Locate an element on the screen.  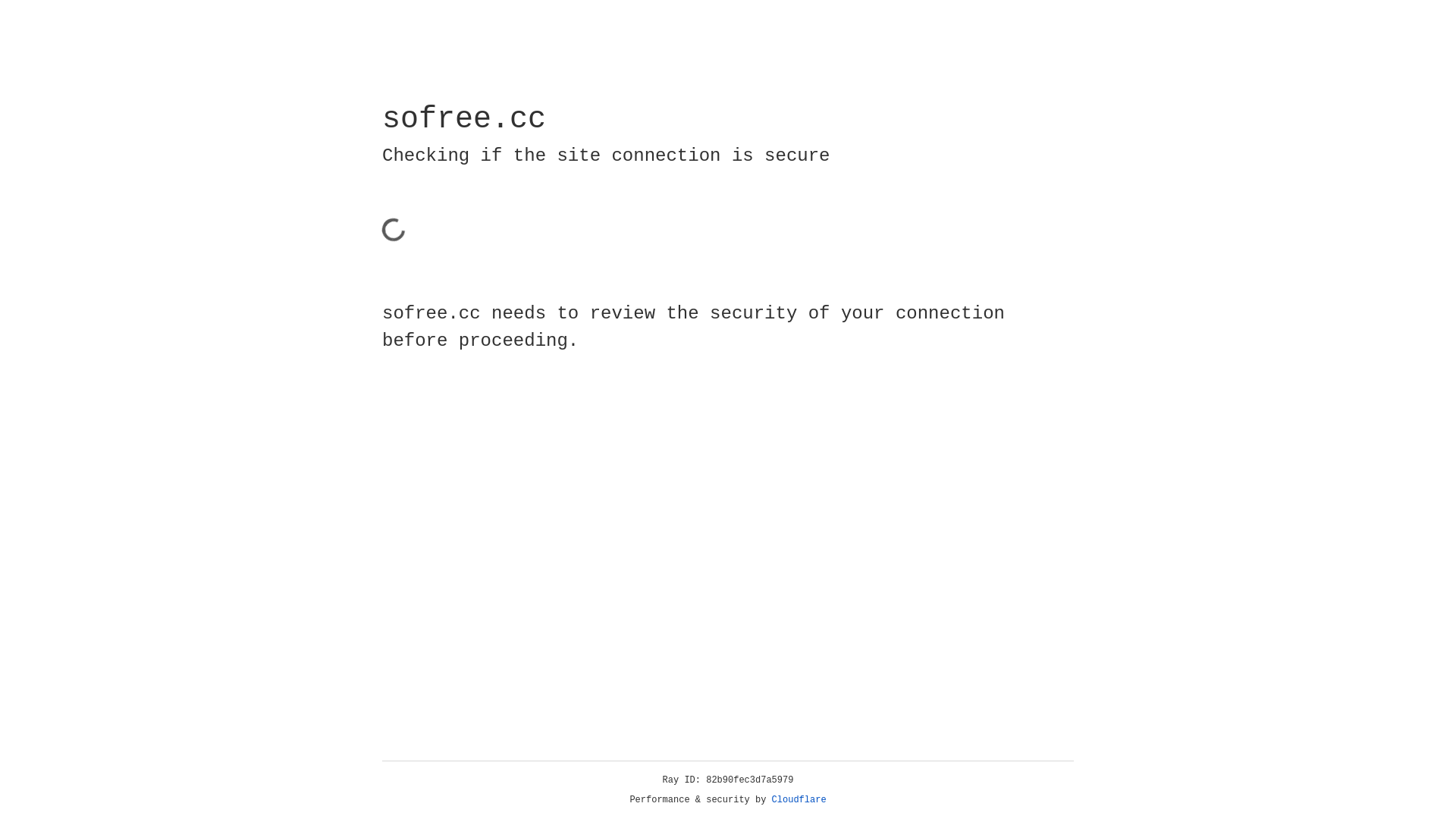
'Cloudflare' is located at coordinates (799, 799).